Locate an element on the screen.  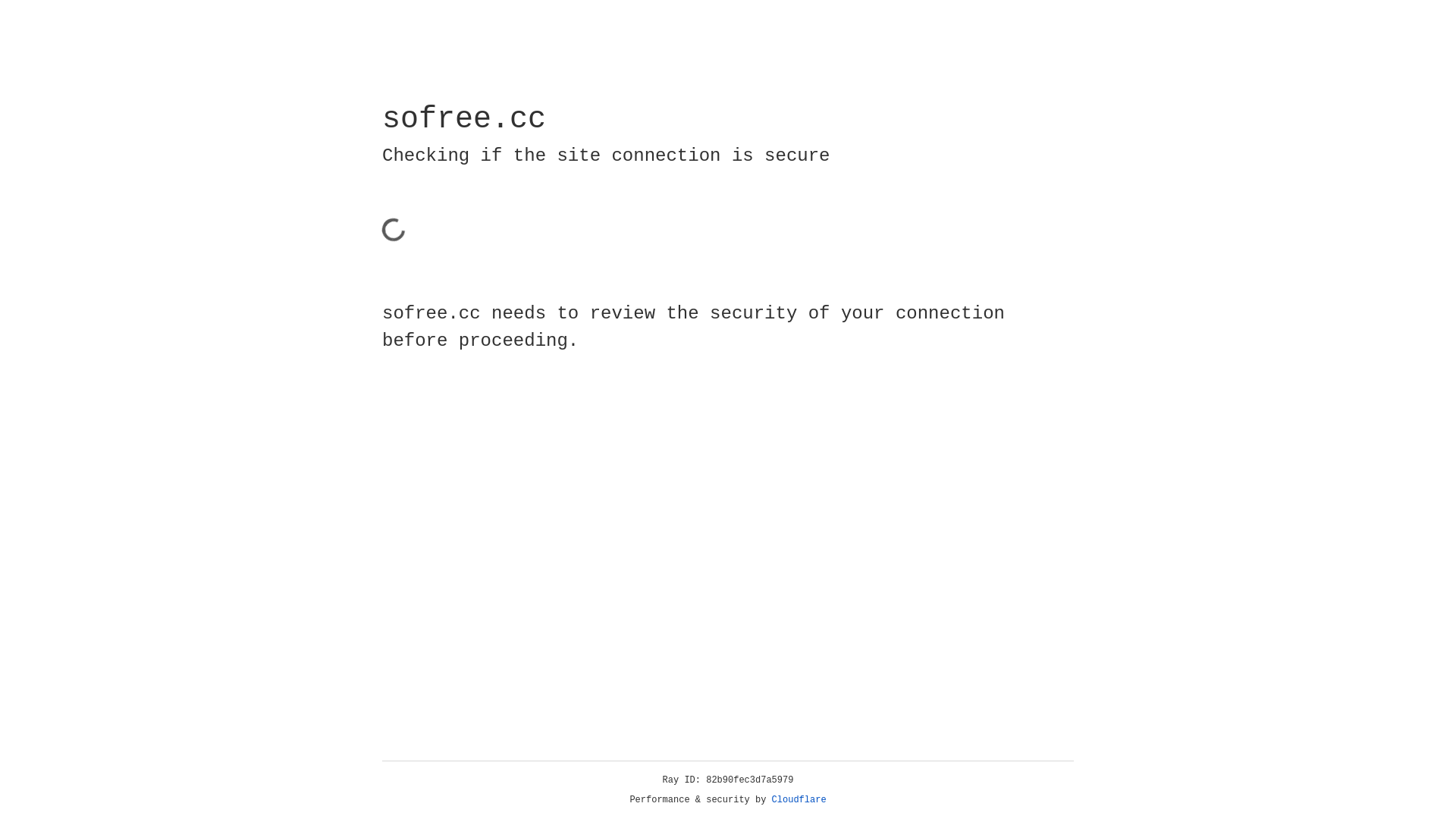
'Cloudflare' is located at coordinates (799, 799).